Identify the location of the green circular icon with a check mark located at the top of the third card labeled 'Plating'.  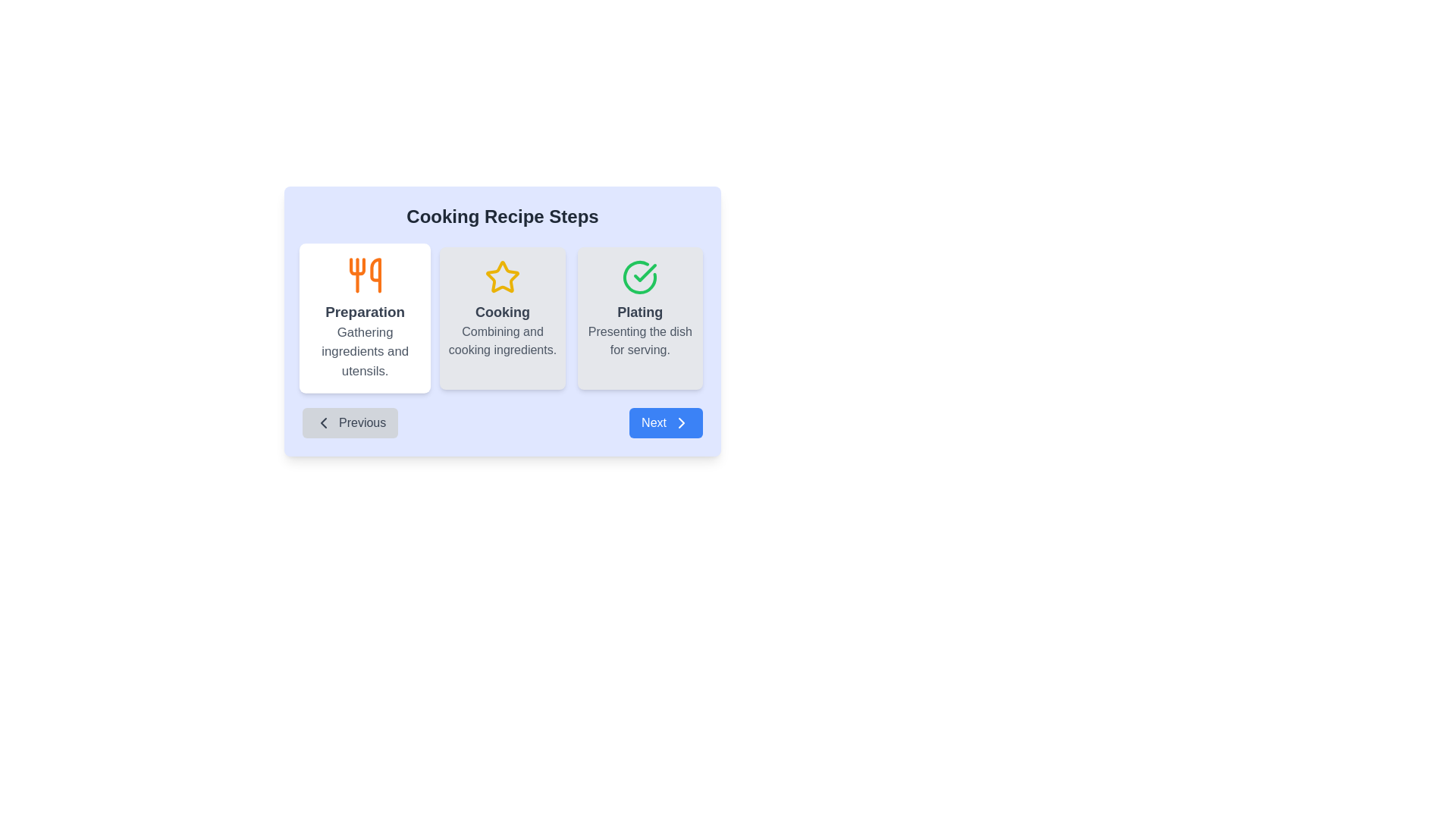
(640, 278).